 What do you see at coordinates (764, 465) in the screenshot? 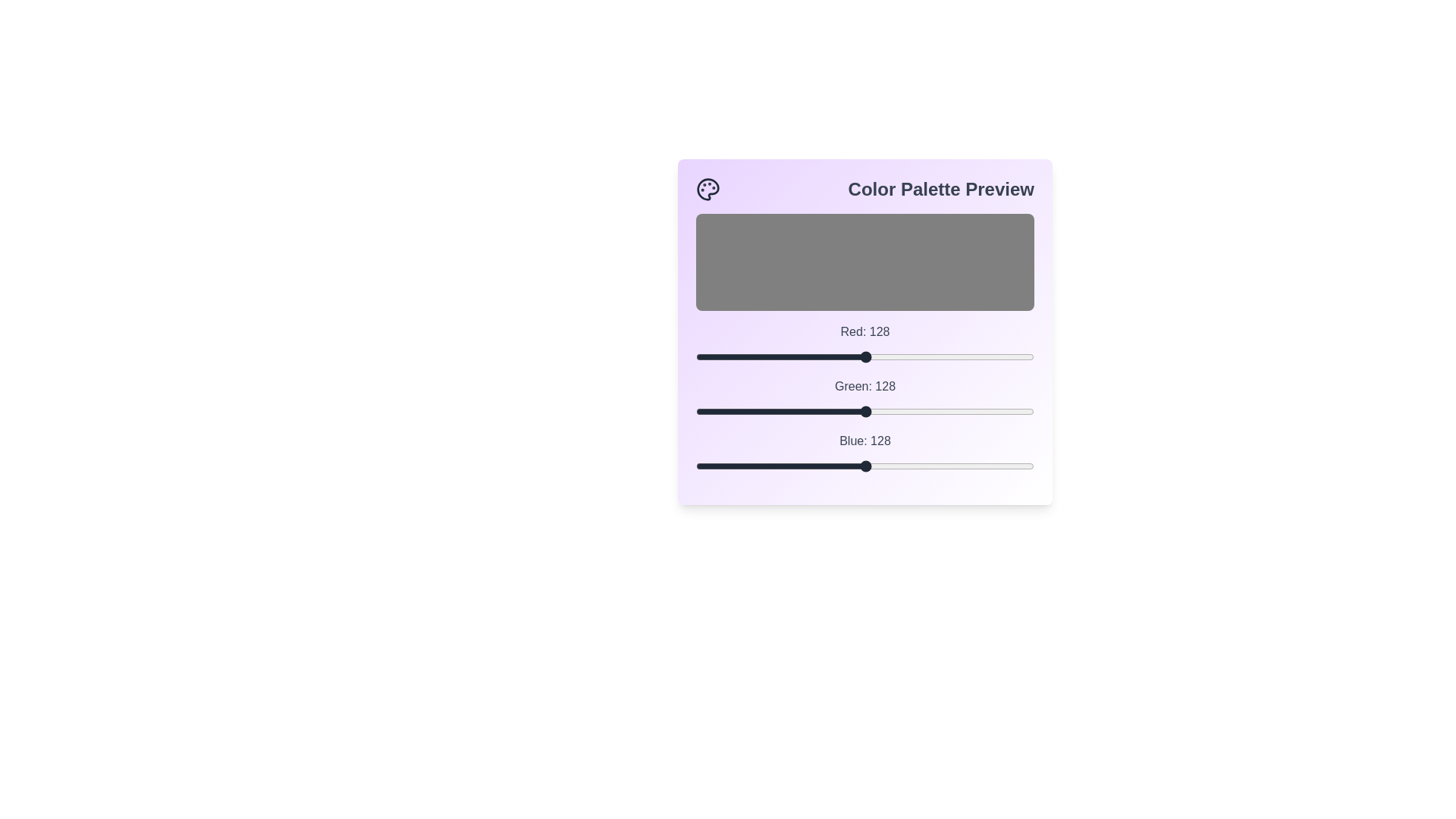
I see `the blue component` at bounding box center [764, 465].